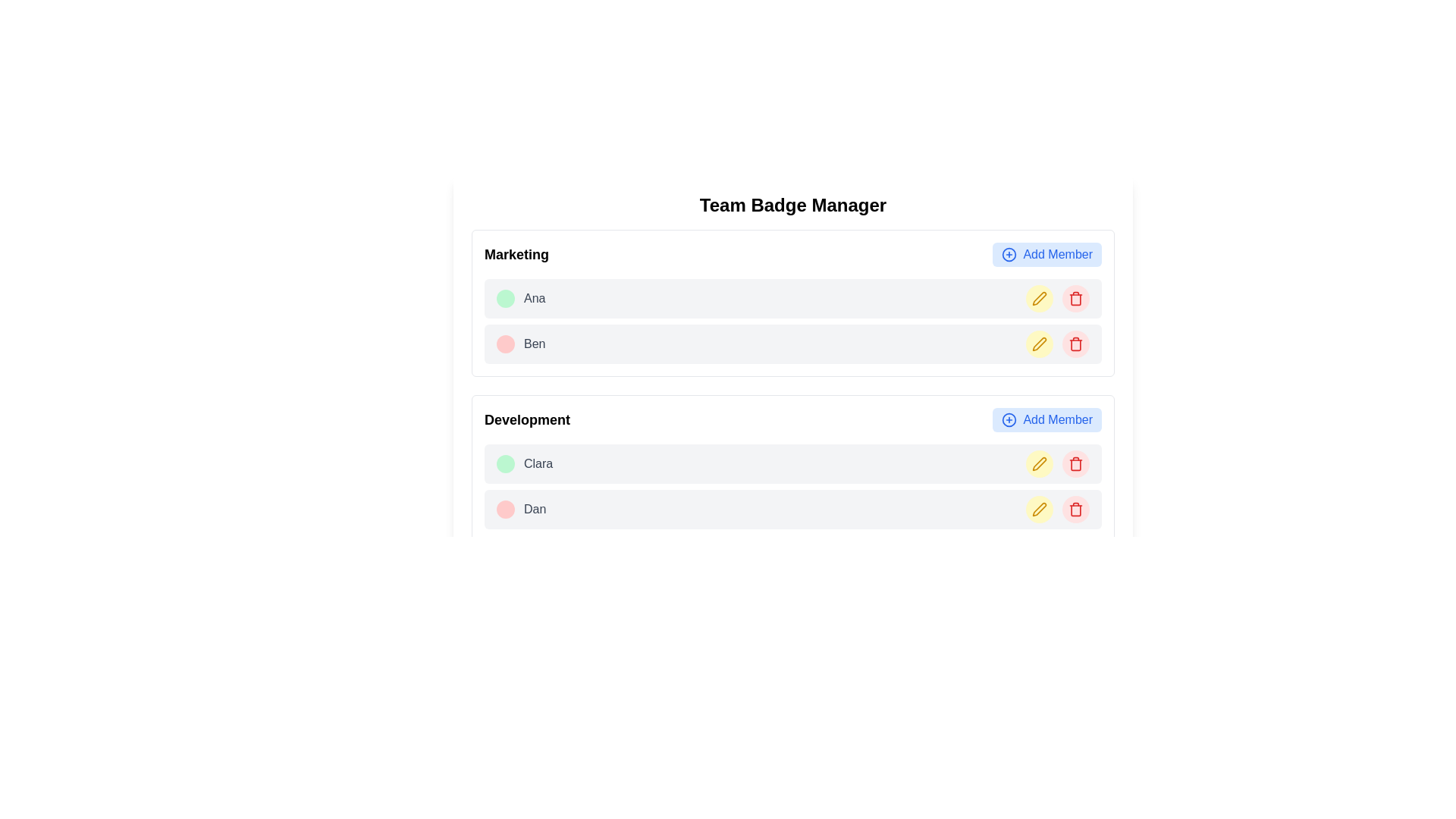 The image size is (1456, 819). What do you see at coordinates (1039, 463) in the screenshot?
I see `the circular button with a yellow background and a pen icon, which is the second button from the left in the 'Development' section` at bounding box center [1039, 463].